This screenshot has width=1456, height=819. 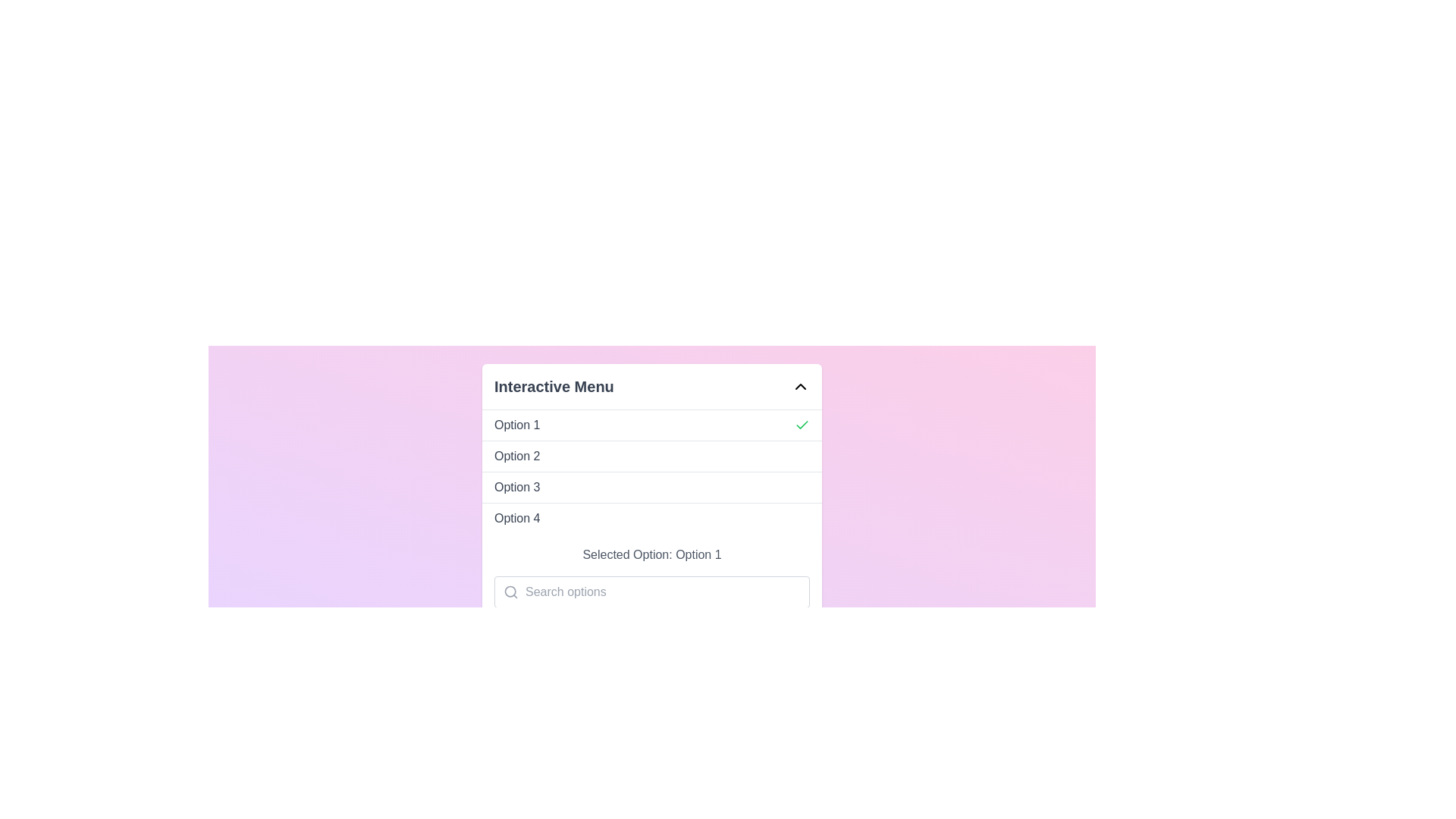 I want to click on the text label displaying 'Option 3' in dark gray font, which is the third option in the interactive menu list, so click(x=517, y=488).